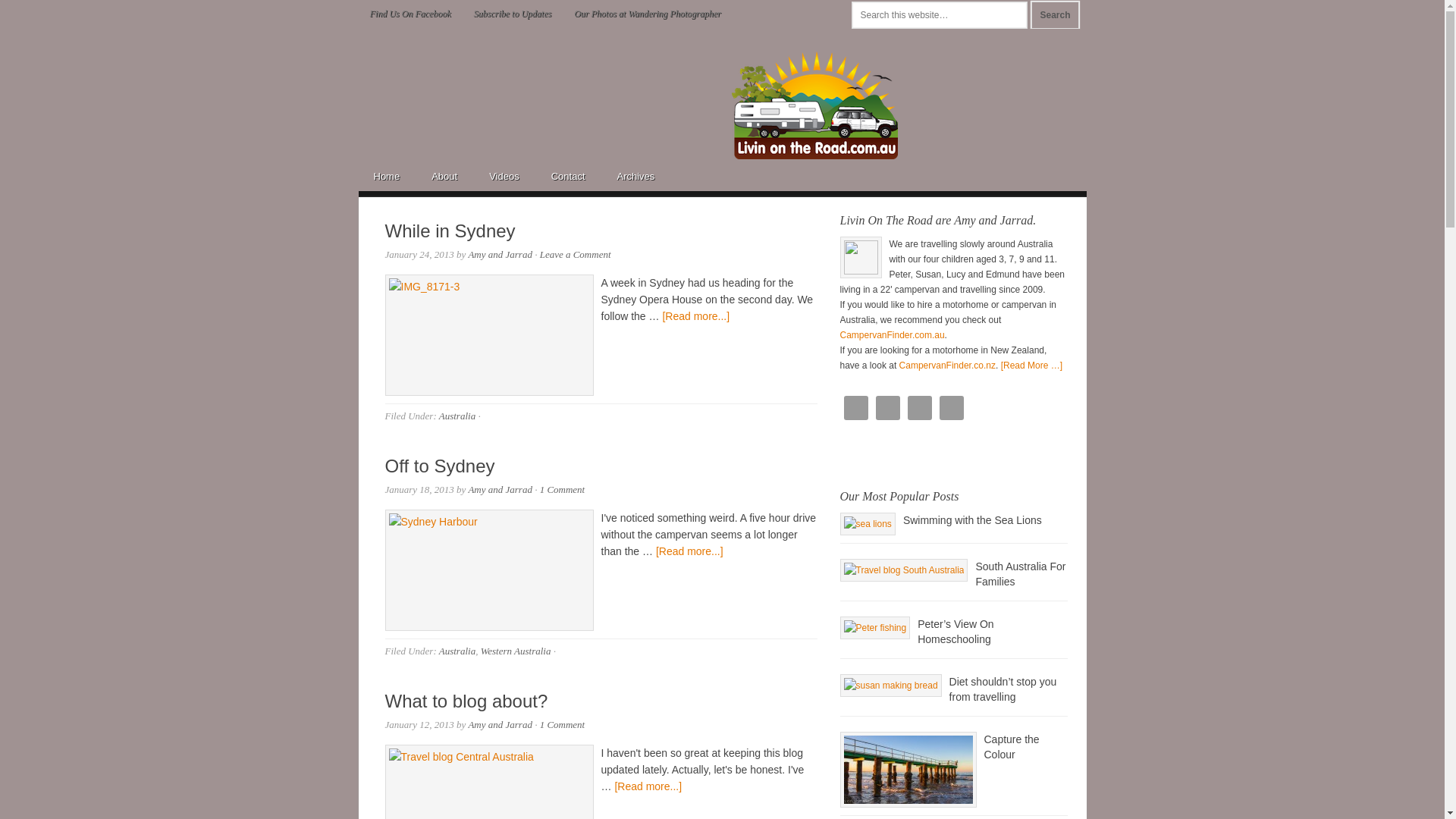  I want to click on 'Our Photos at Wandering Photographer', so click(562, 13).